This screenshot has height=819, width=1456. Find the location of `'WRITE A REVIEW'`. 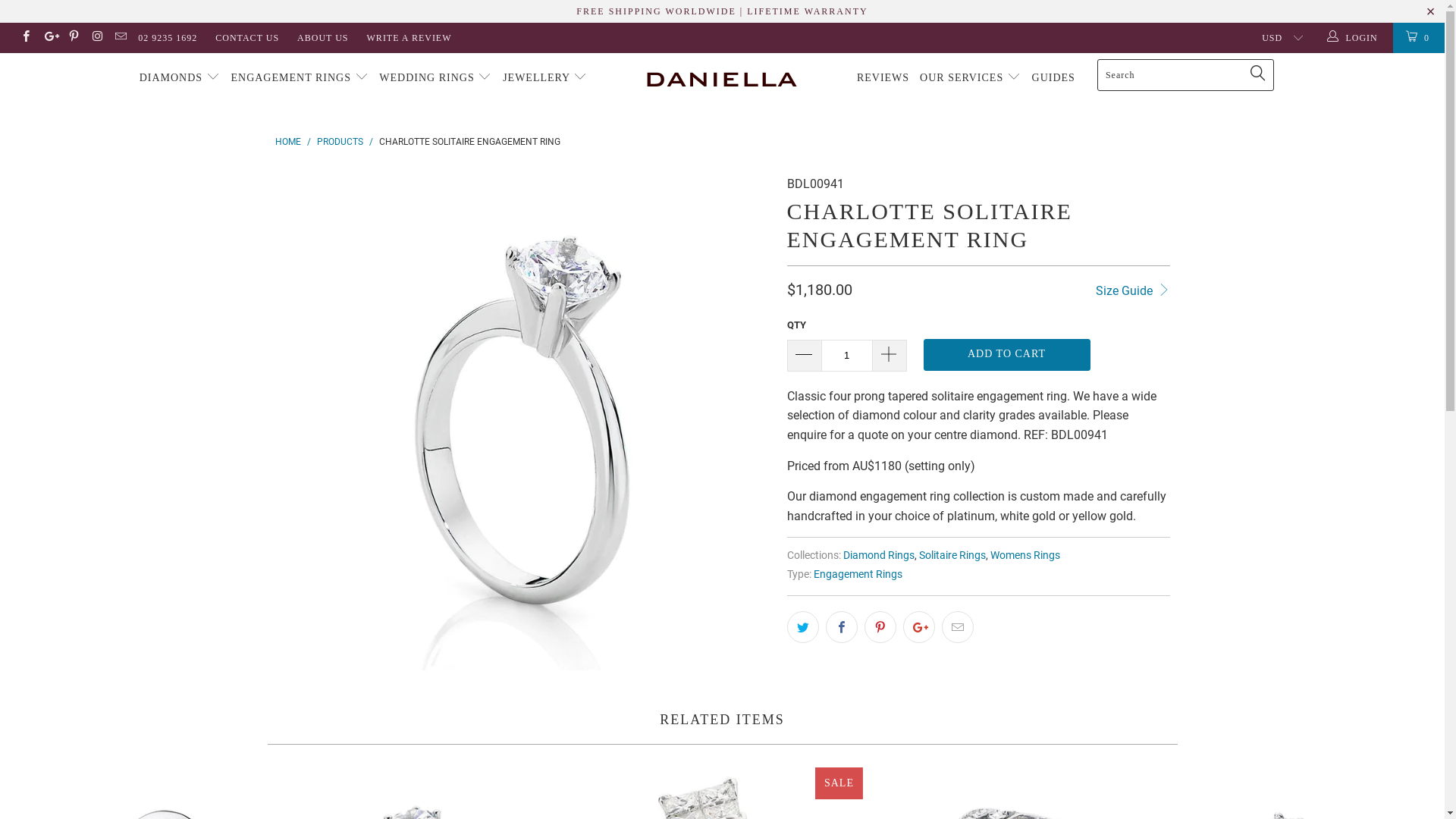

'WRITE A REVIEW' is located at coordinates (409, 37).